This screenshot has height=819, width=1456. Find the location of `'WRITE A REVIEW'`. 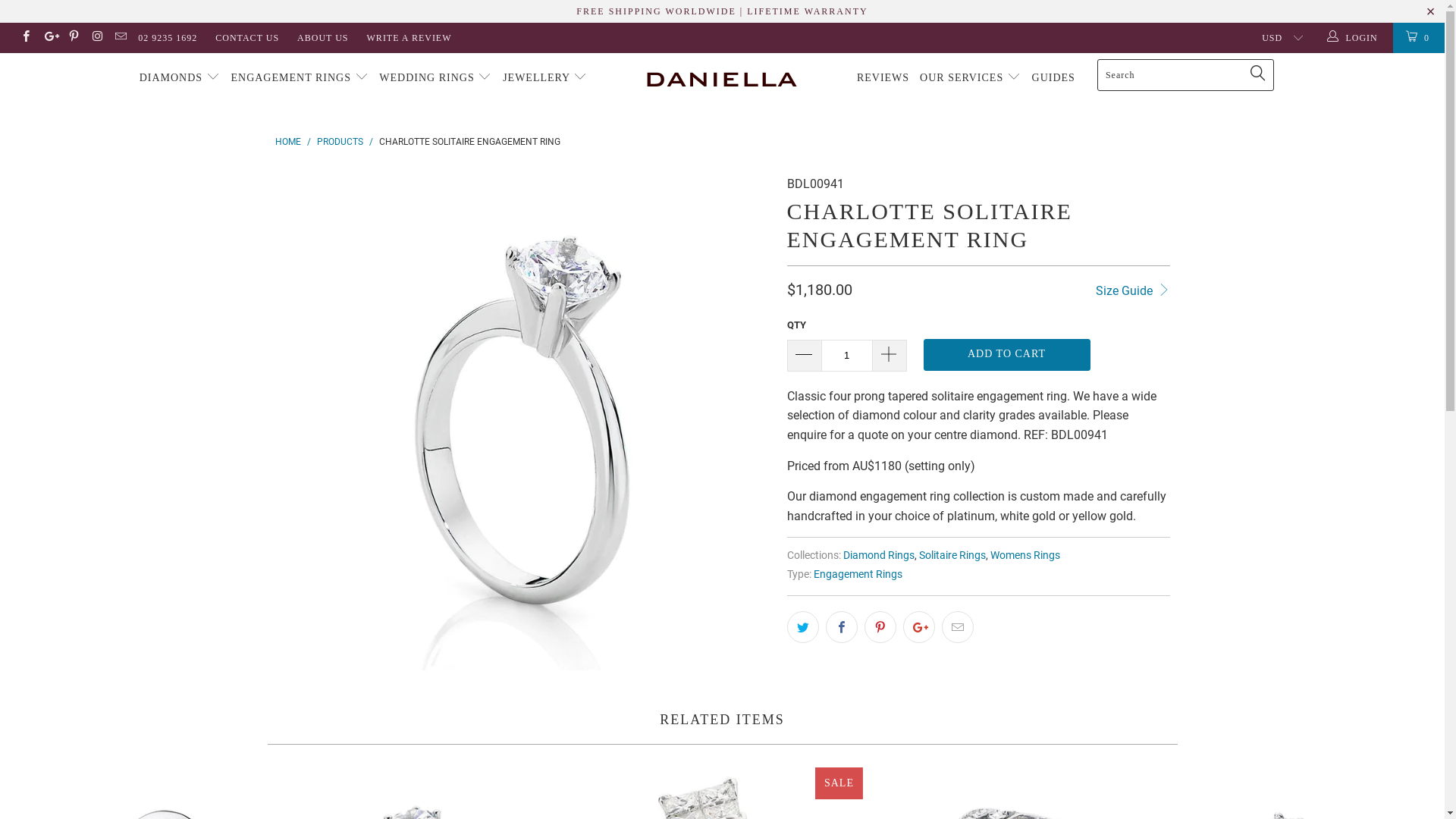

'WRITE A REVIEW' is located at coordinates (409, 37).